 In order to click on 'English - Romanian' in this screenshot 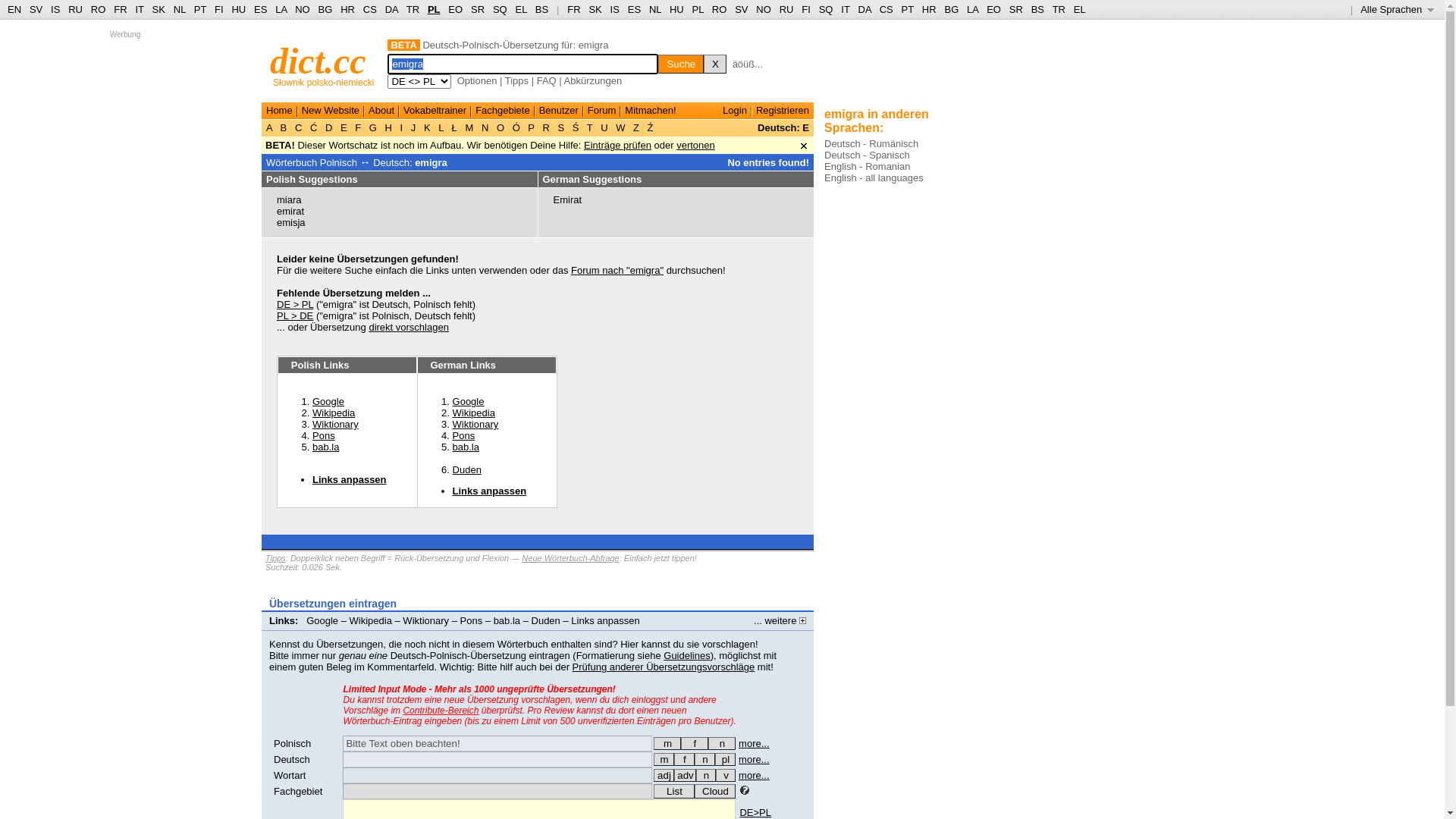, I will do `click(823, 166)`.